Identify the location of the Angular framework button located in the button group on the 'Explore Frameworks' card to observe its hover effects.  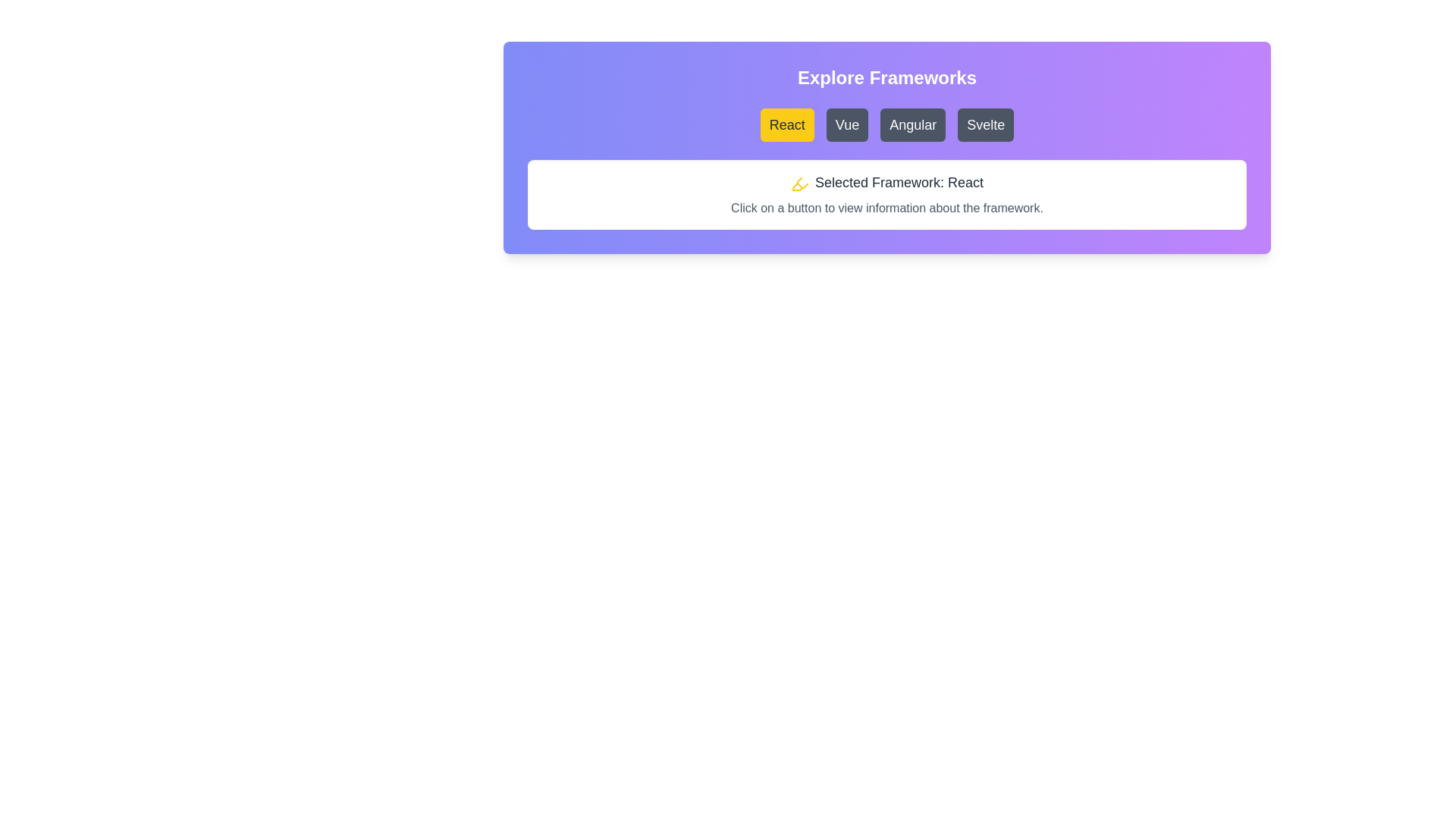
(912, 124).